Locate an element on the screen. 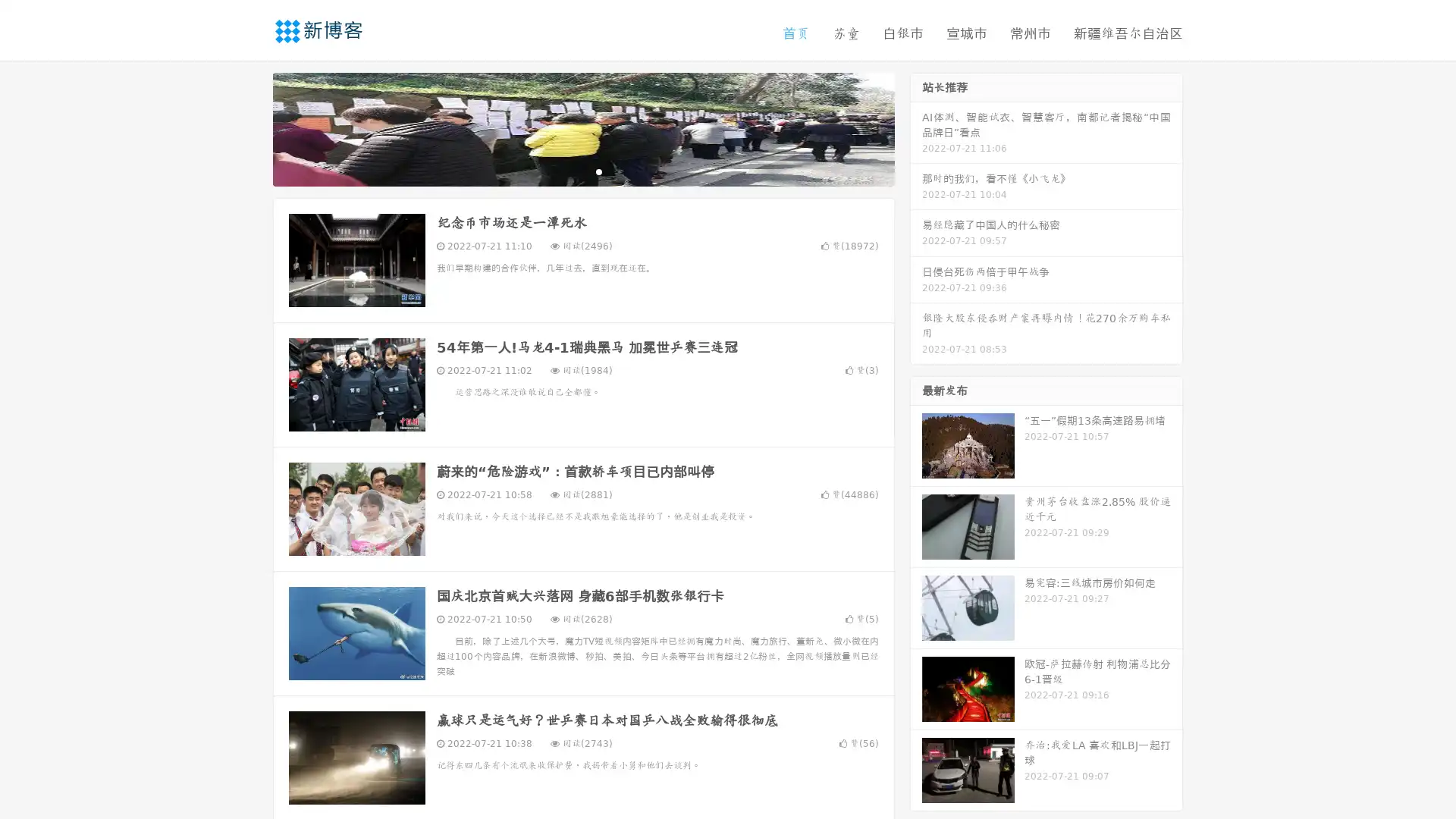  Go to slide 1 is located at coordinates (567, 171).